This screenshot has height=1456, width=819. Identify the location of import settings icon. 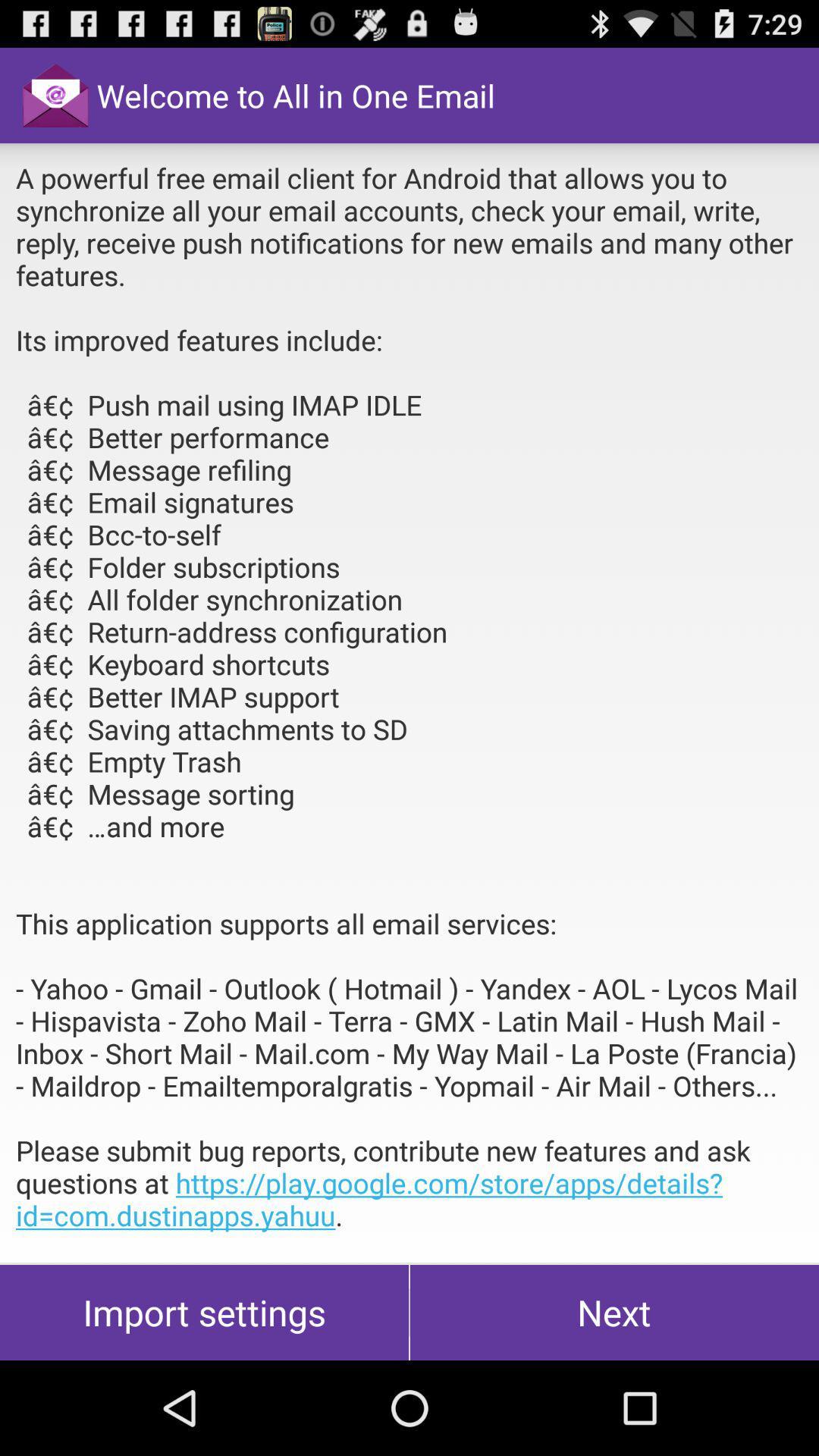
(203, 1312).